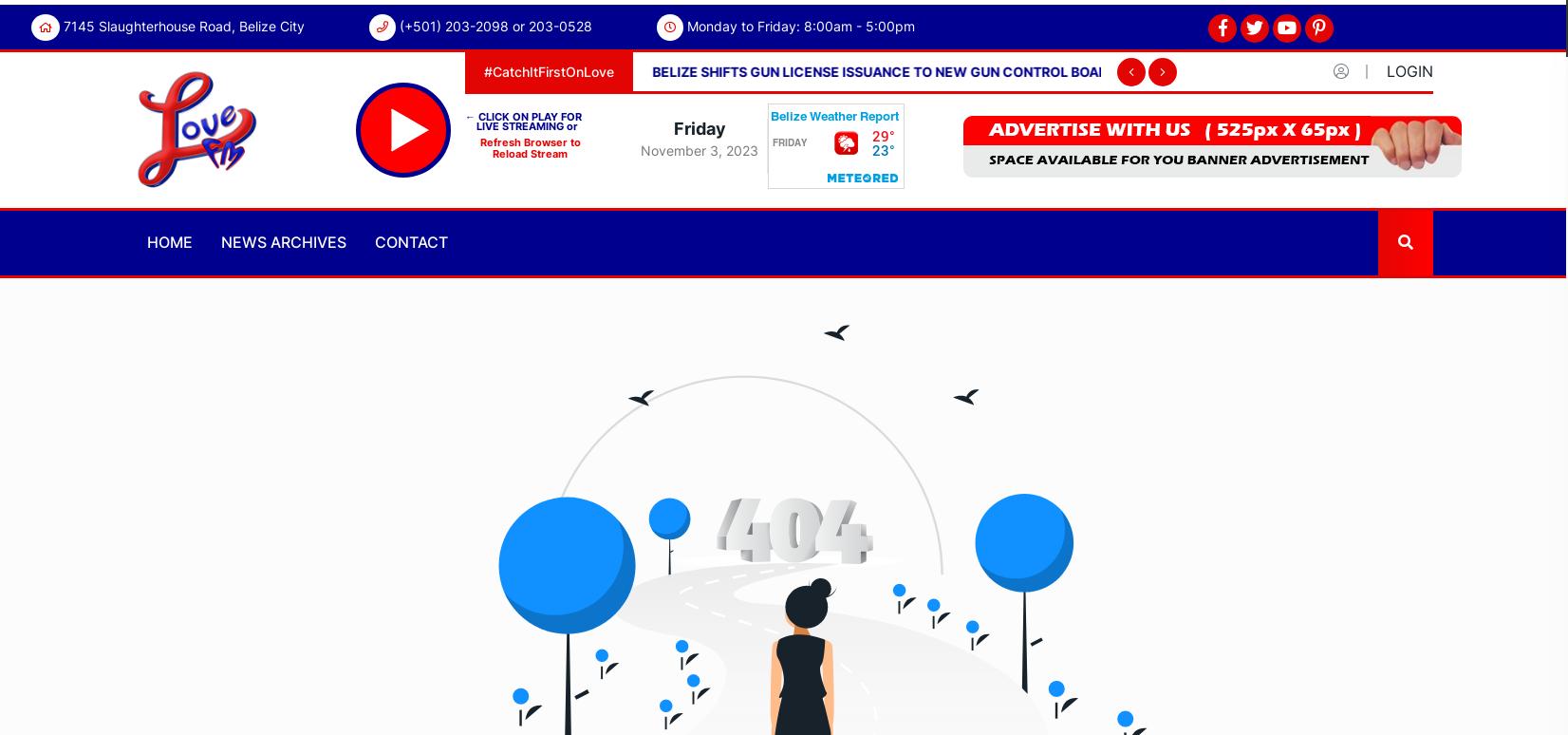  I want to click on 'LOGIN', so click(1409, 68).